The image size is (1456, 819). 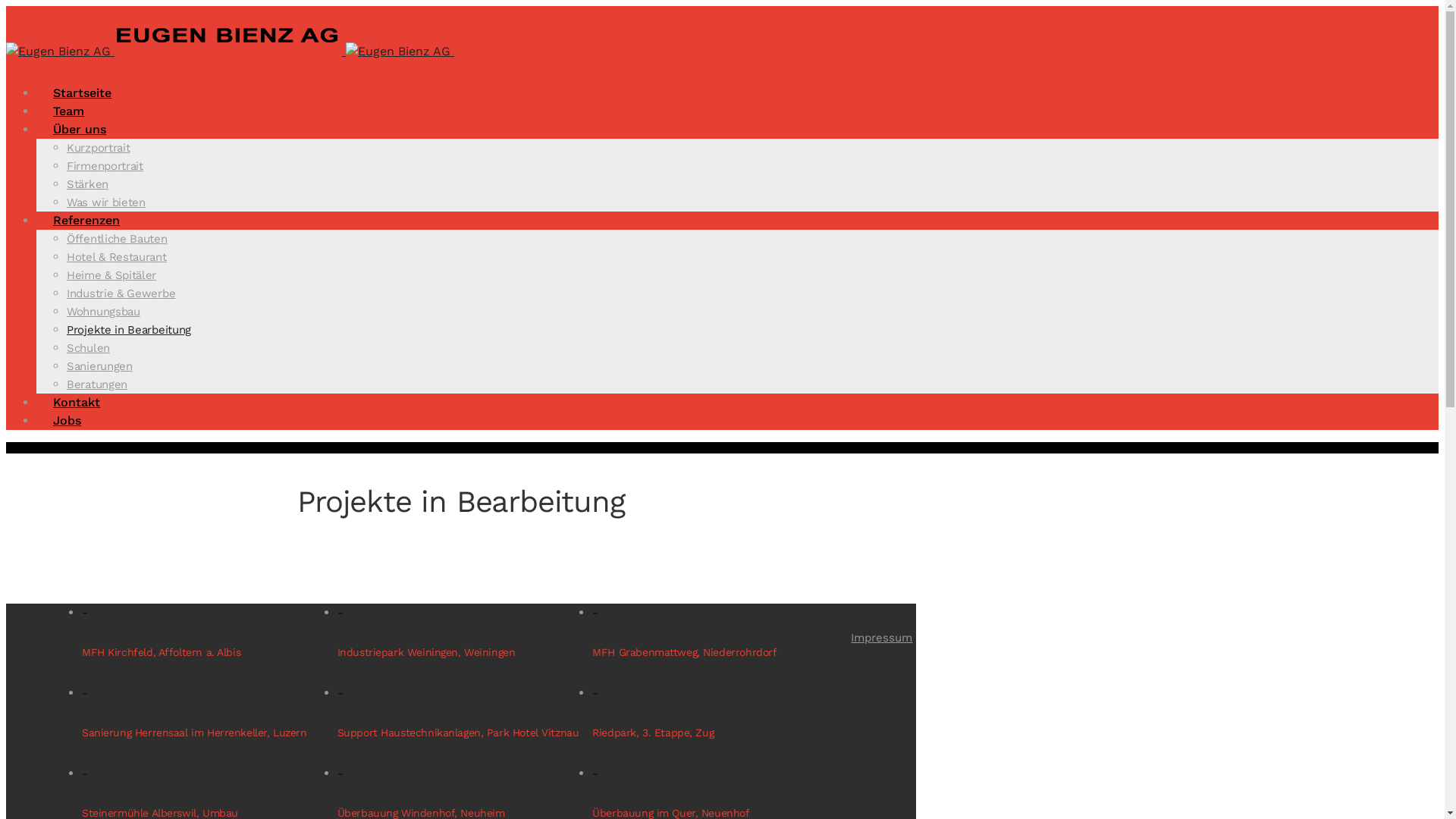 I want to click on 'Kurzportrait', so click(x=97, y=148).